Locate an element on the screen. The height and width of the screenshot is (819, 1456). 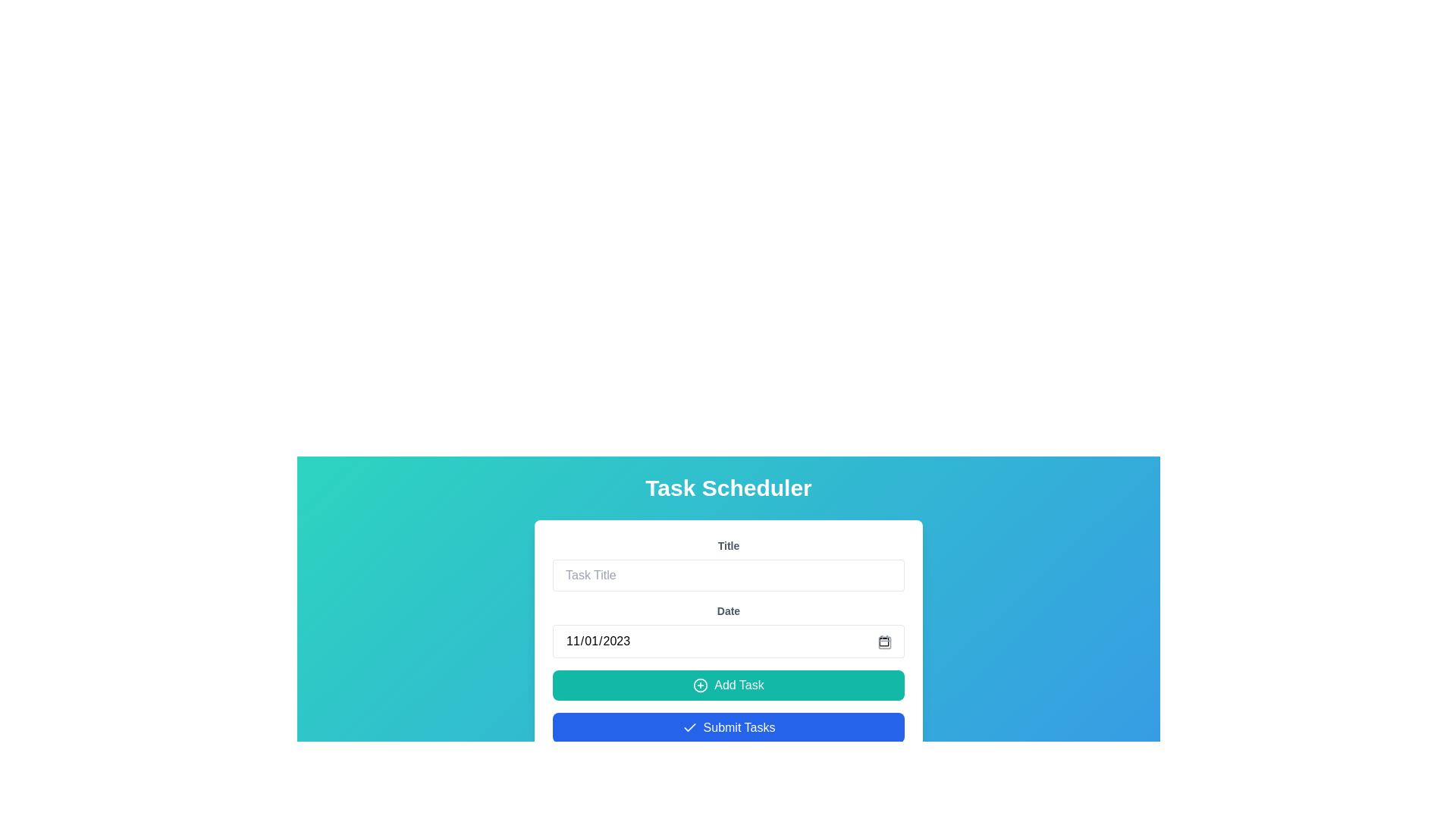
the 'Add Task' button with a teal background and white text is located at coordinates (728, 685).